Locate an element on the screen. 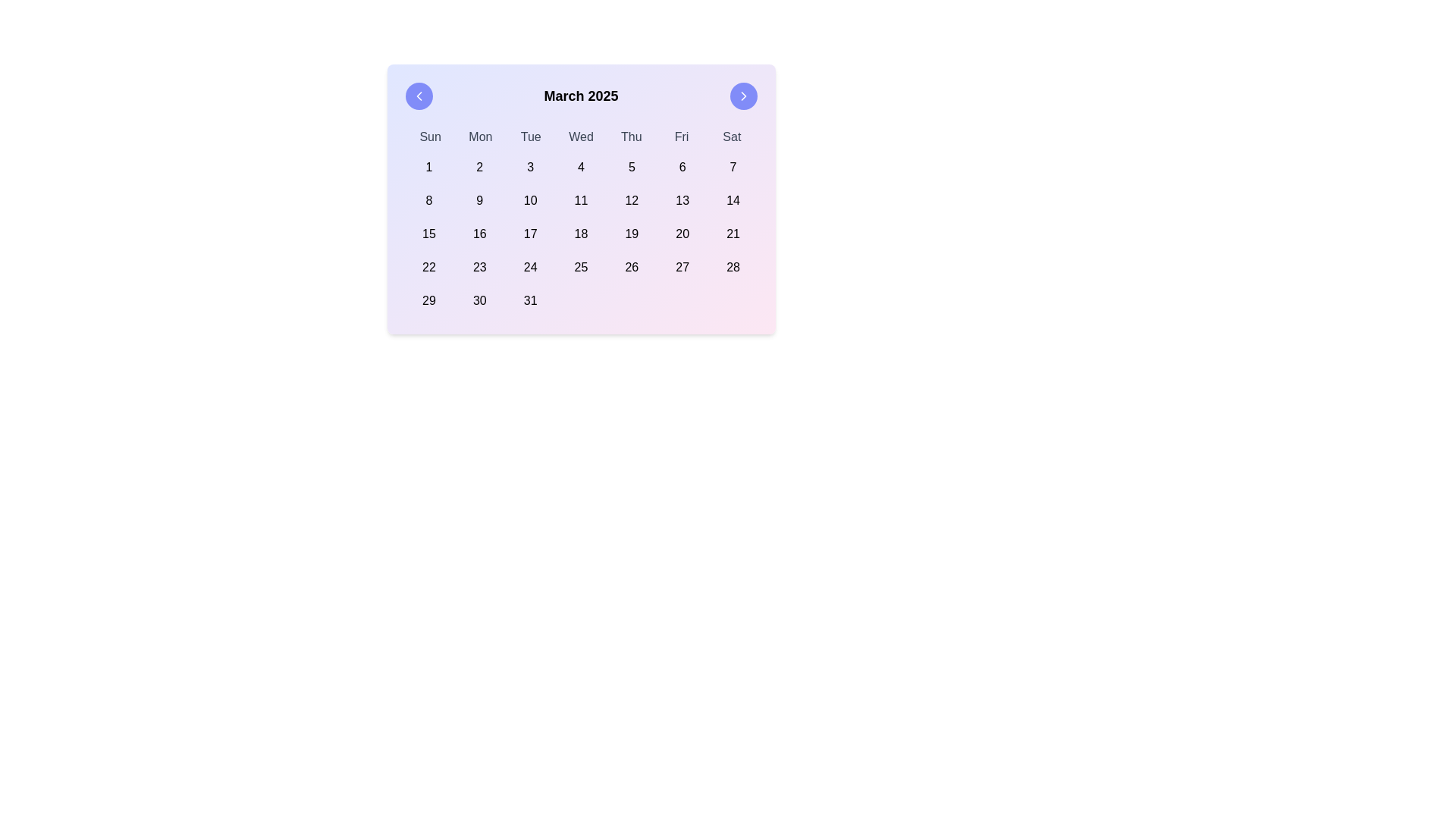 The height and width of the screenshot is (819, 1456). the button labeled '7' with rounded corners in the calendar grid to change its appearance is located at coordinates (733, 167).